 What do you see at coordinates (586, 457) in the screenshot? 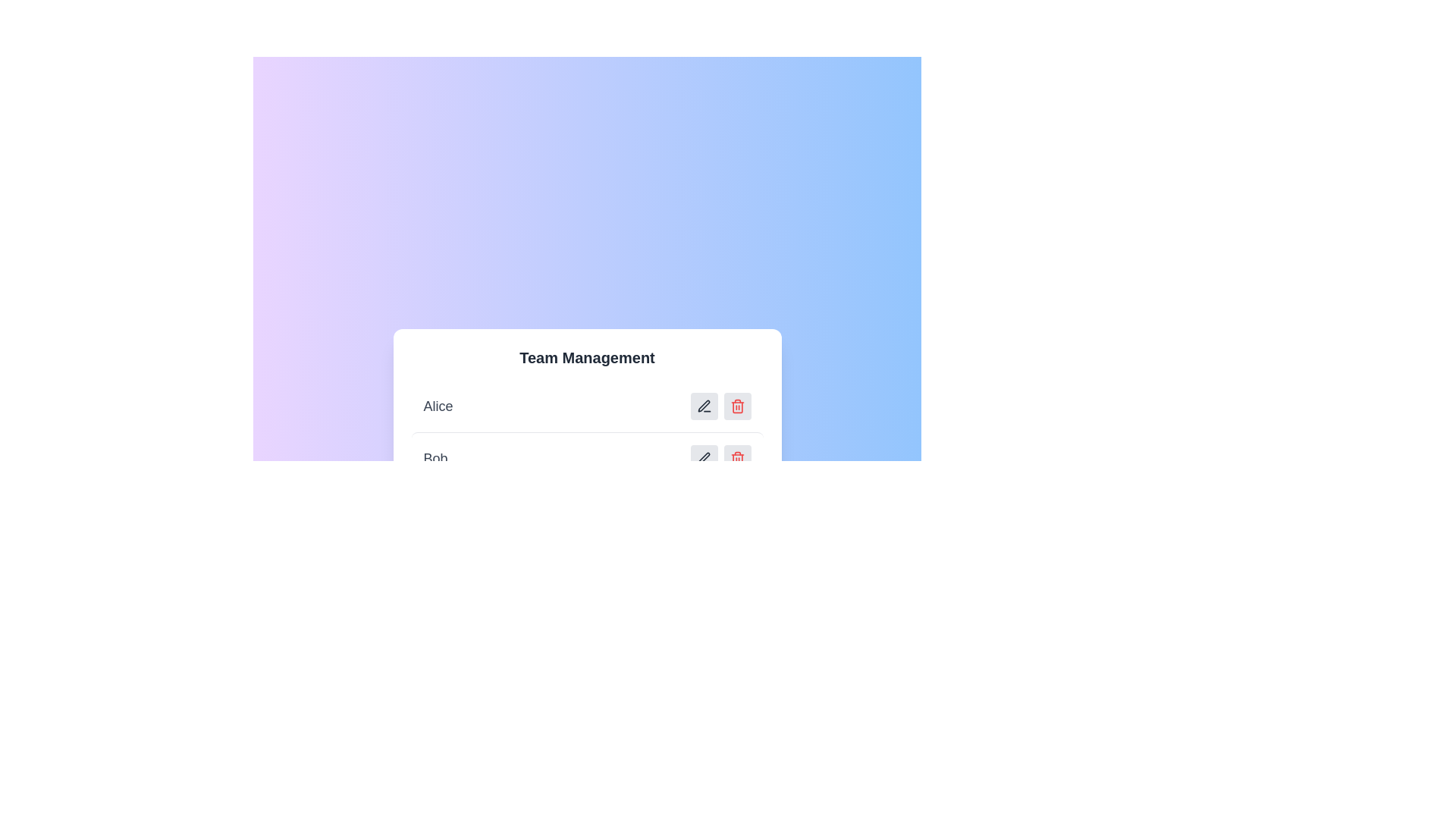
I see `the team member Bob from the list` at bounding box center [586, 457].